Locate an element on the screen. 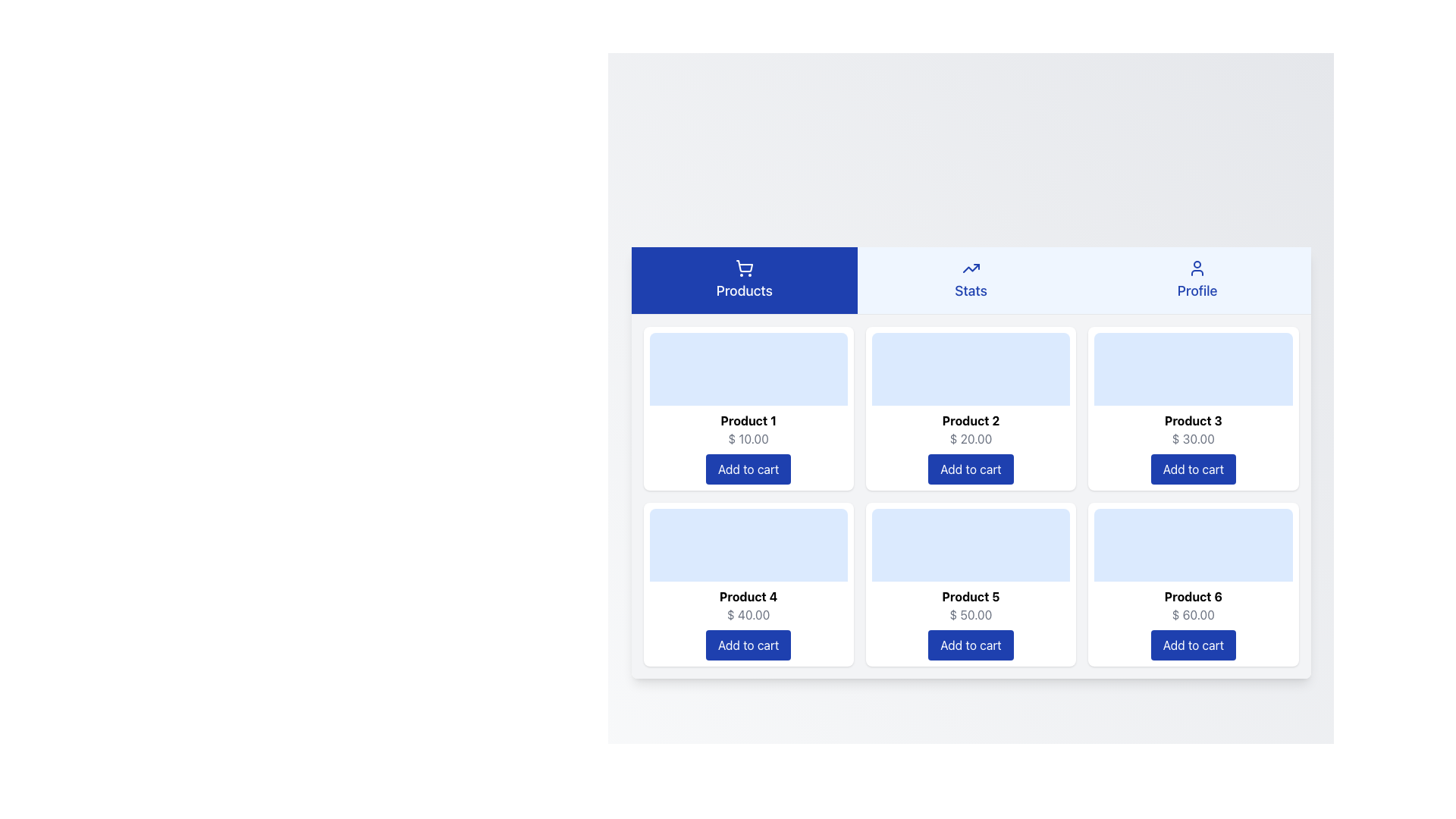 The image size is (1456, 819). the 'Products' icon located in the top navigation bar, which visually indicates the section containing purchasable items is located at coordinates (744, 267).